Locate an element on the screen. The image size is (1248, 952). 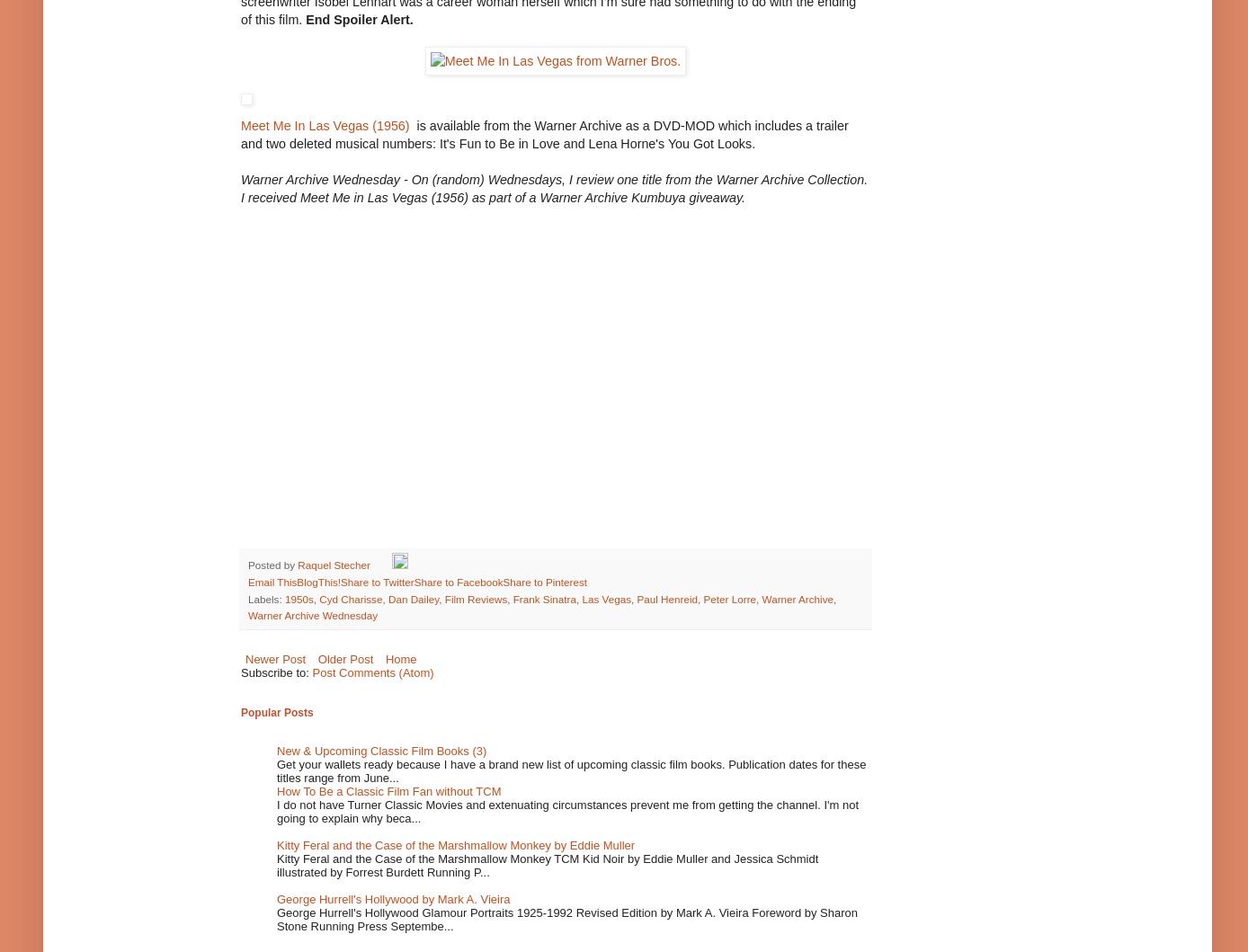
'Raquel Stecher' is located at coordinates (334, 564).